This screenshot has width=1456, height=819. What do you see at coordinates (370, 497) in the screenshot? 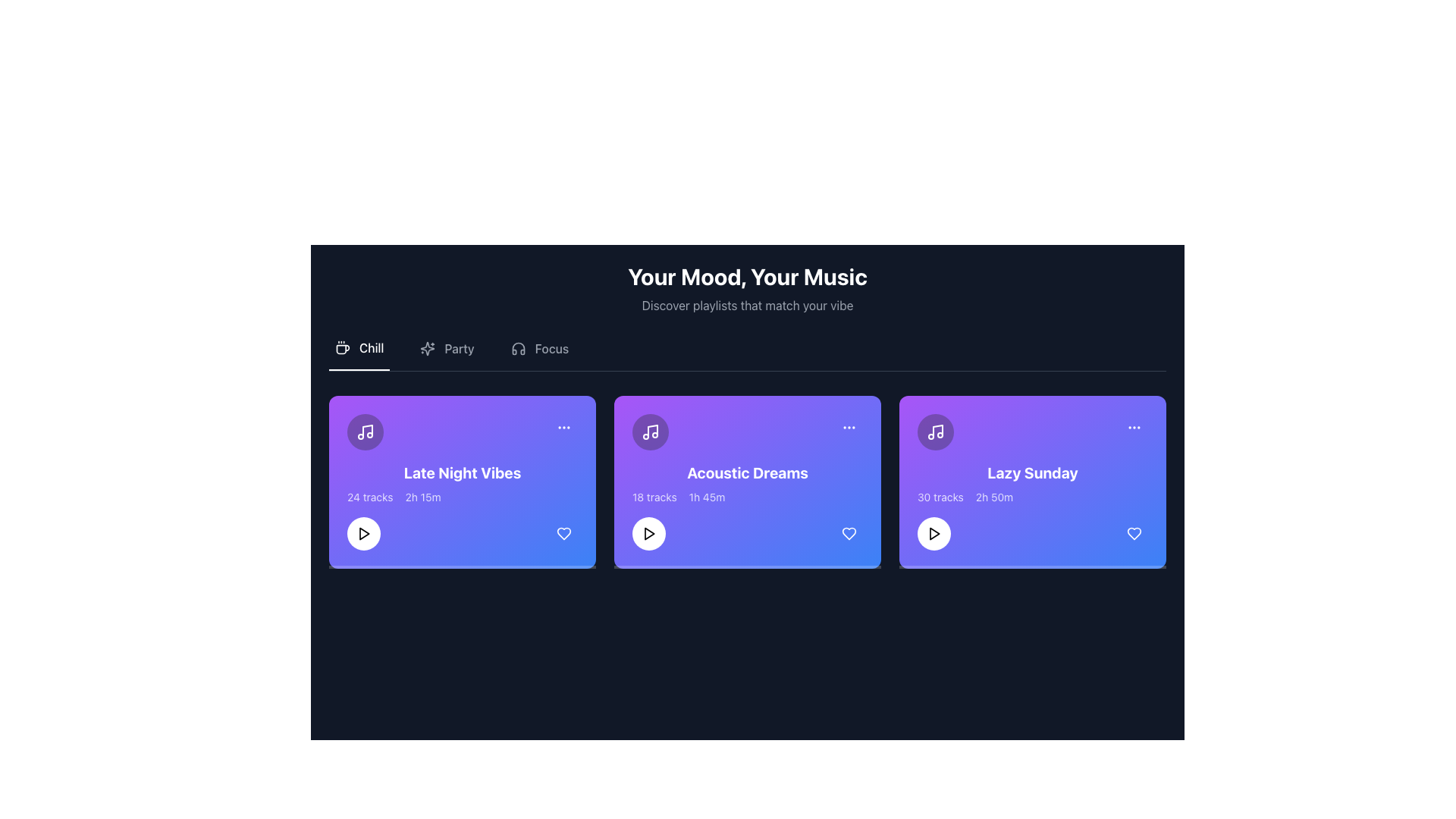
I see `the Text Label that indicates the number of tracks in the playlist within the 'Late Night Vibes' card, located to the left of the '2h 15m' text element` at bounding box center [370, 497].